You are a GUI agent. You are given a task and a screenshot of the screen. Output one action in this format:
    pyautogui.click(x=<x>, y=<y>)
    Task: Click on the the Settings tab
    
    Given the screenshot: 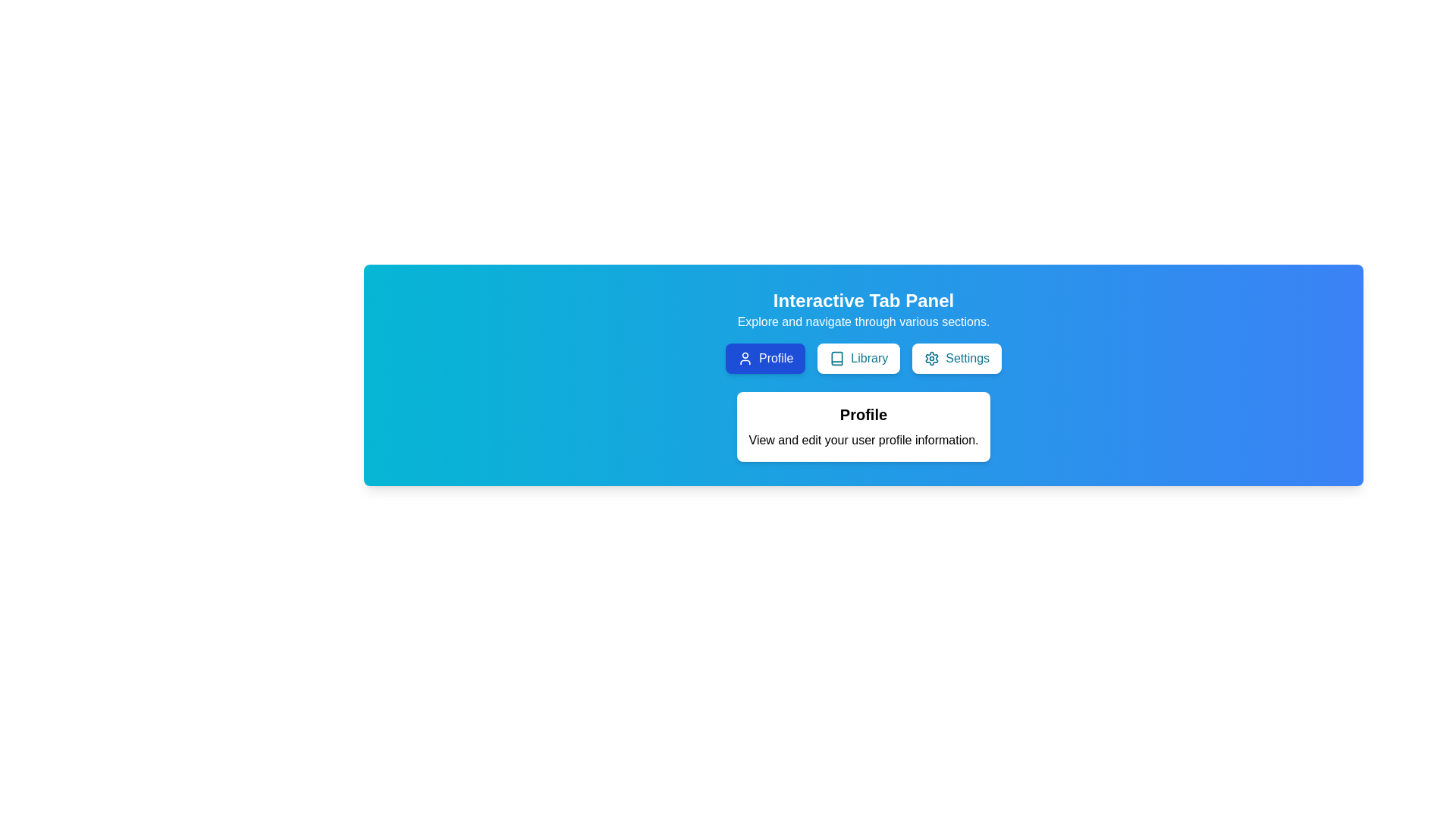 What is the action you would take?
    pyautogui.click(x=956, y=359)
    